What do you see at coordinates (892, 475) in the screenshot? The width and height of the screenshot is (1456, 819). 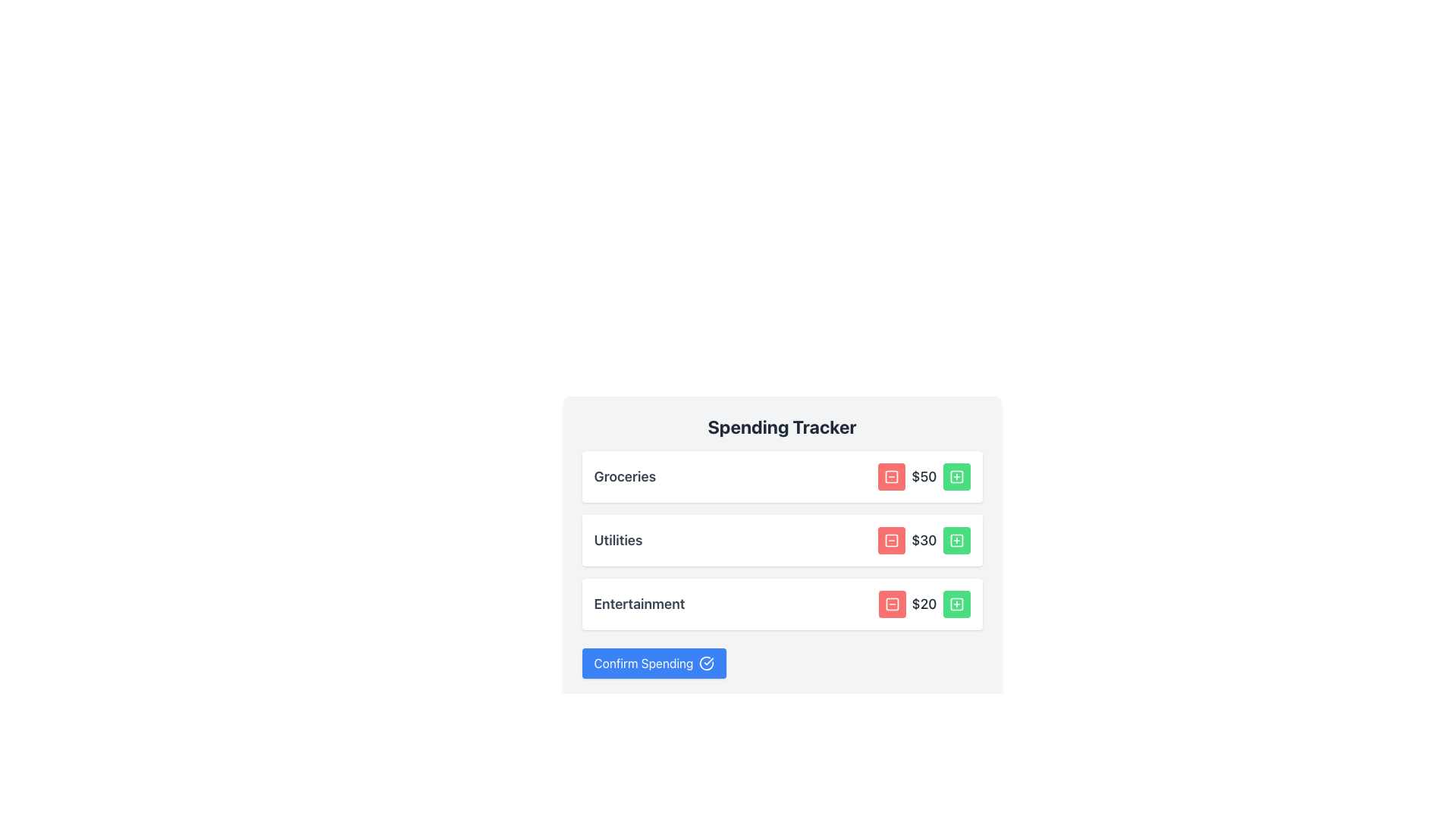 I see `the decorative element of the minus button associated with the 'Groceries' entry in the spending tracker interface` at bounding box center [892, 475].